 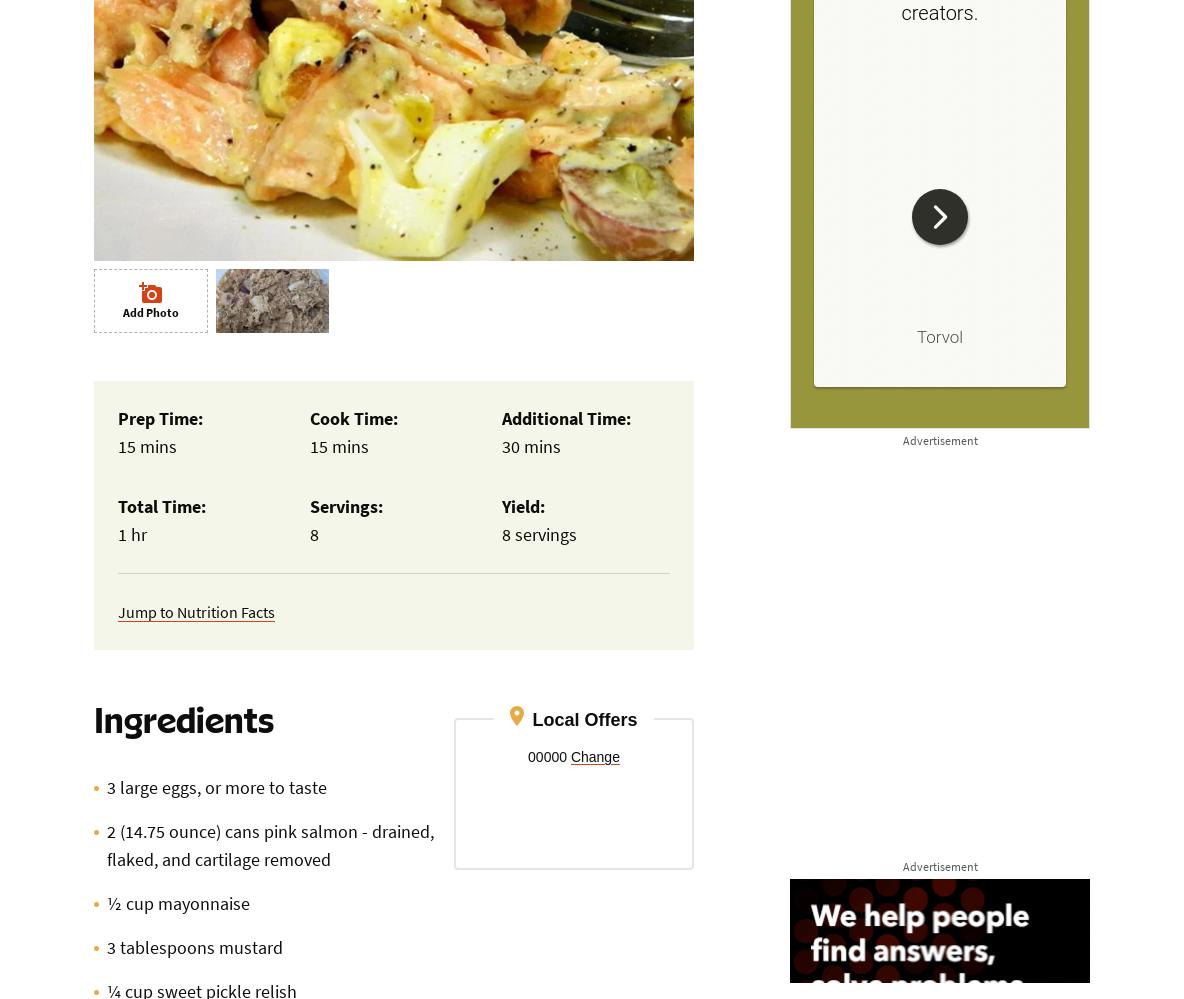 I want to click on 'Add Photo', so click(x=149, y=311).